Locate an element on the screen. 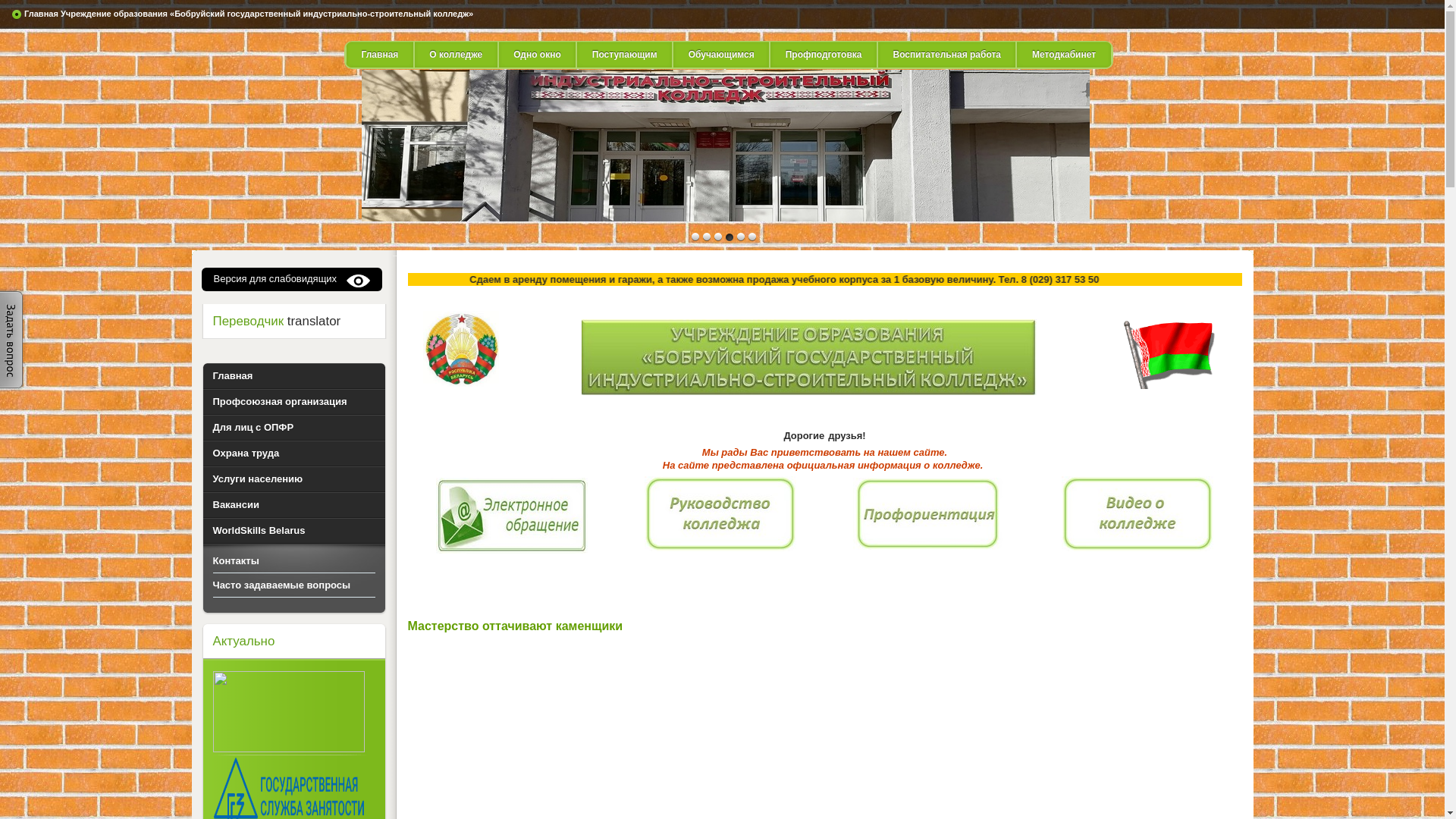  'WorldSkills Belarus' is located at coordinates (294, 529).